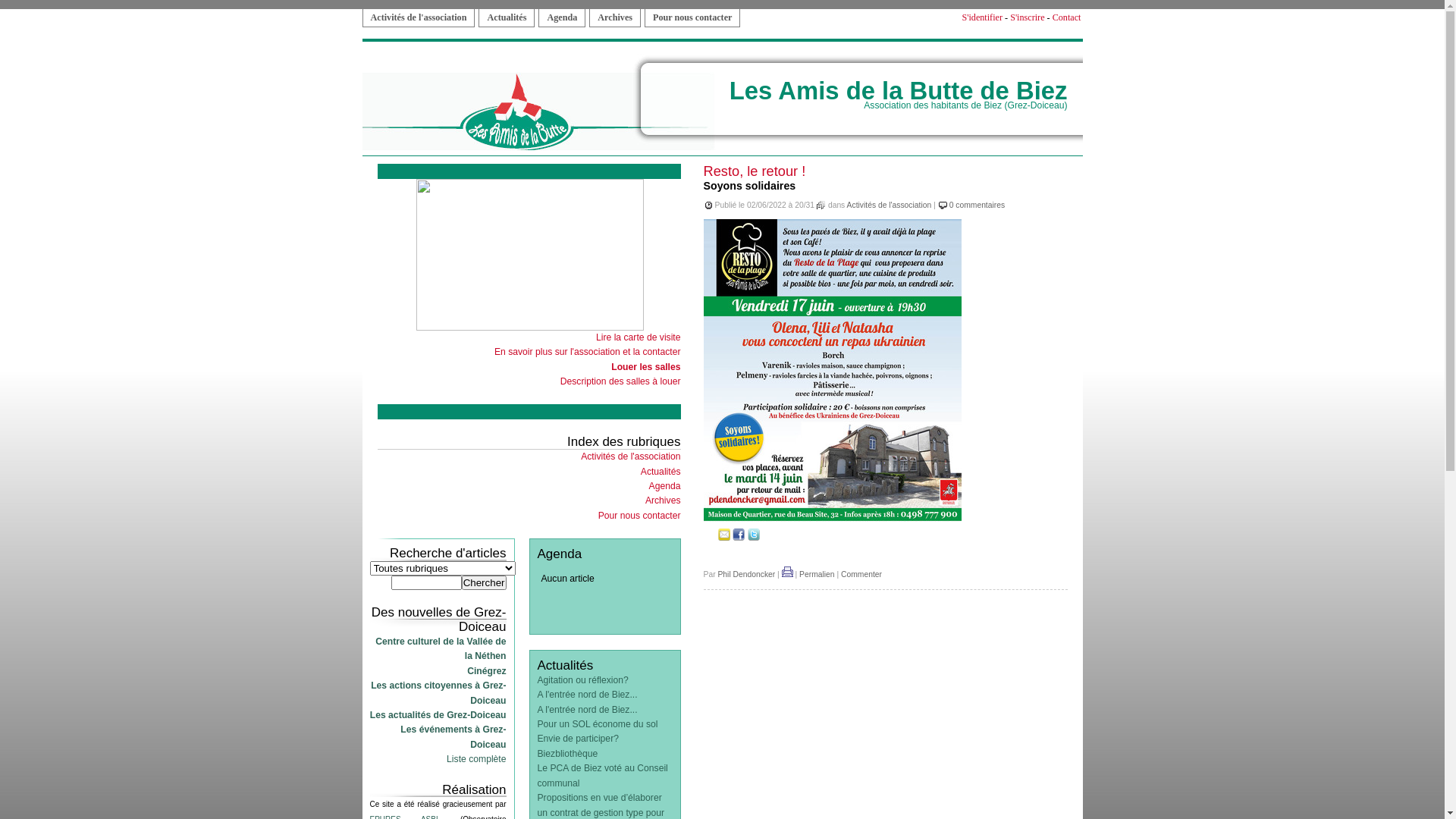  What do you see at coordinates (586, 351) in the screenshot?
I see `'En savoir plus sur l'association et la contacter'` at bounding box center [586, 351].